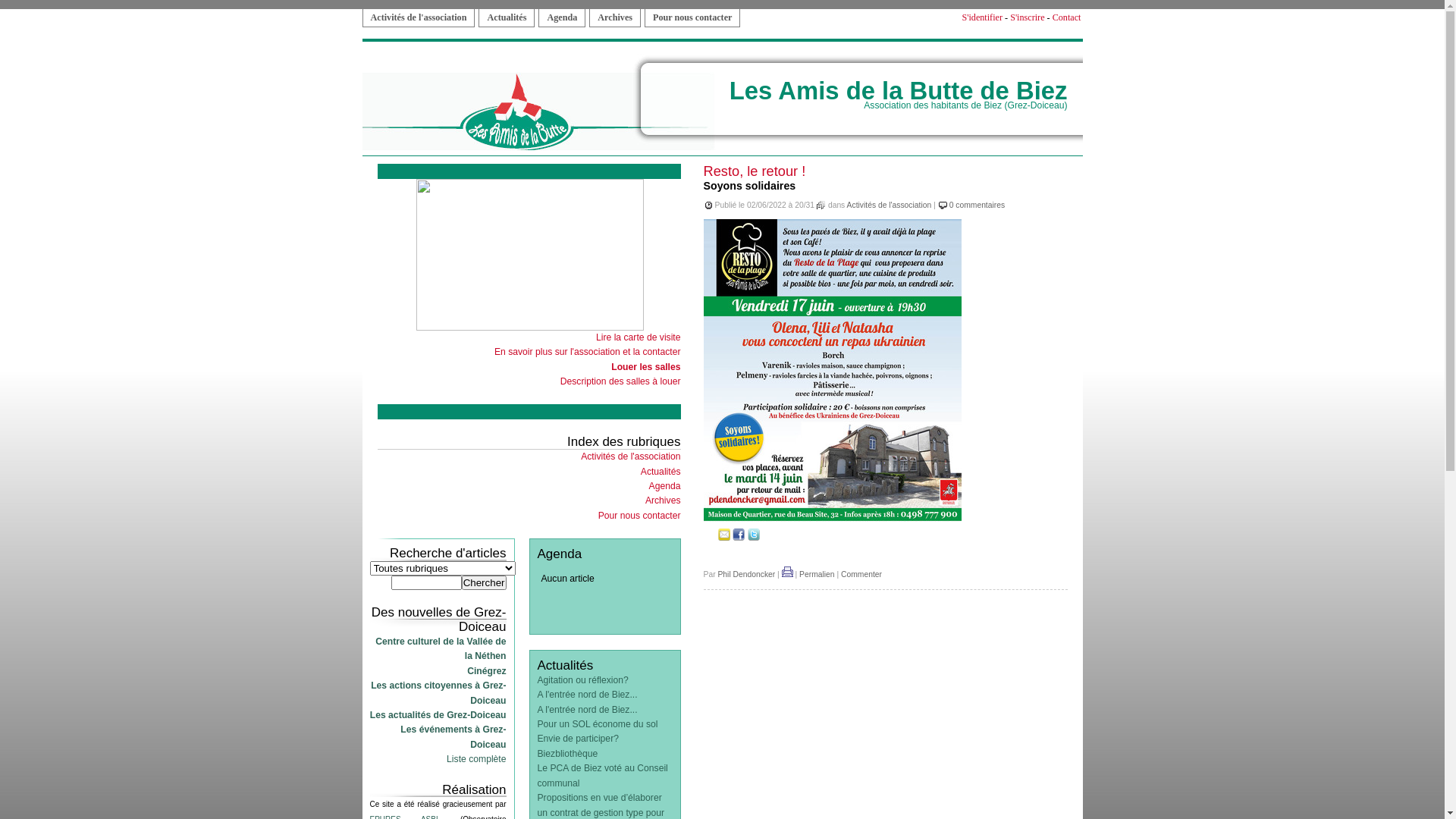  What do you see at coordinates (586, 351) in the screenshot?
I see `'En savoir plus sur l'association et la contacter'` at bounding box center [586, 351].